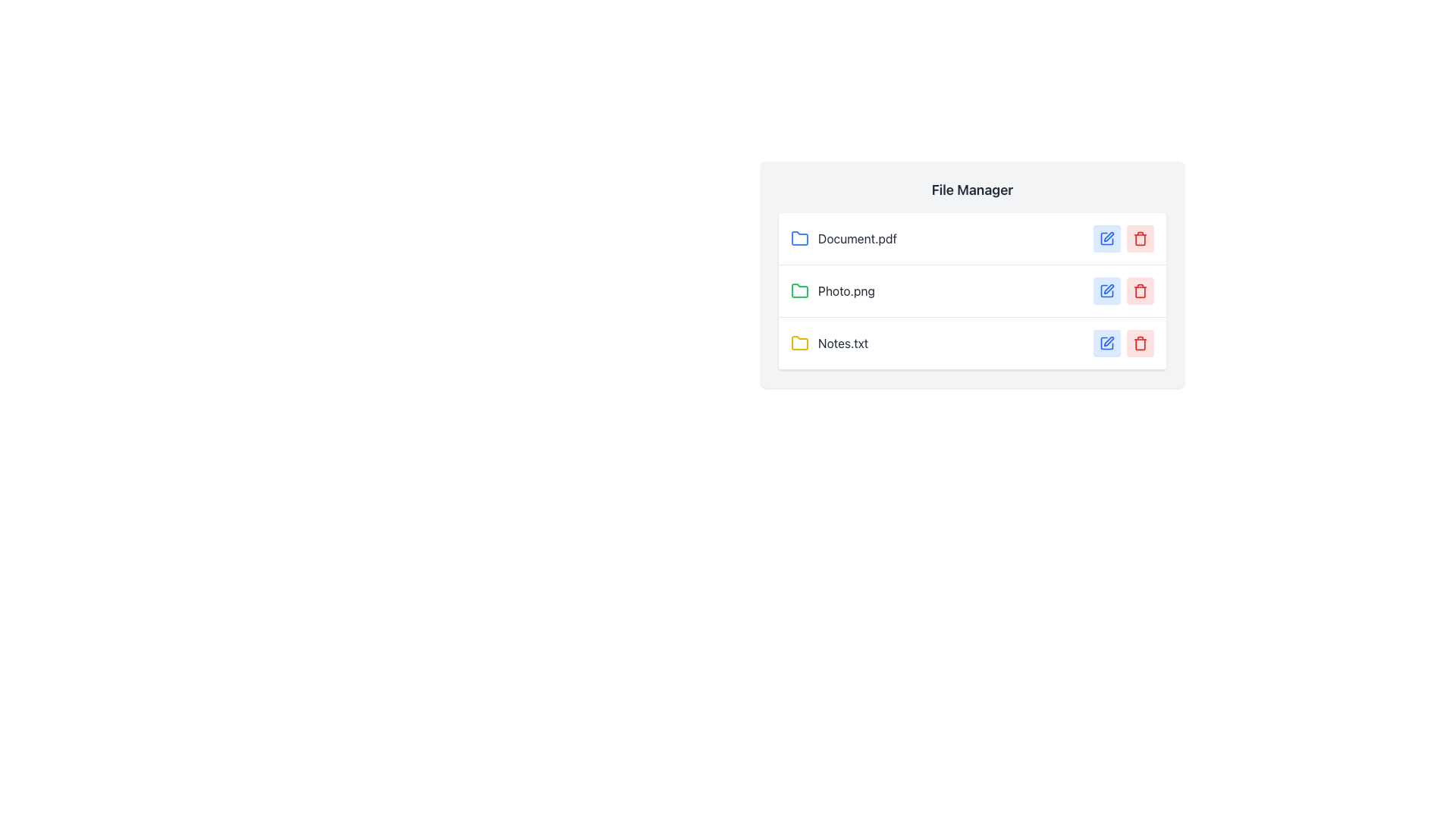  I want to click on the text label reading 'Notes.txt' styled in gray font, which is the last item in the file manager's list of files, so click(843, 343).